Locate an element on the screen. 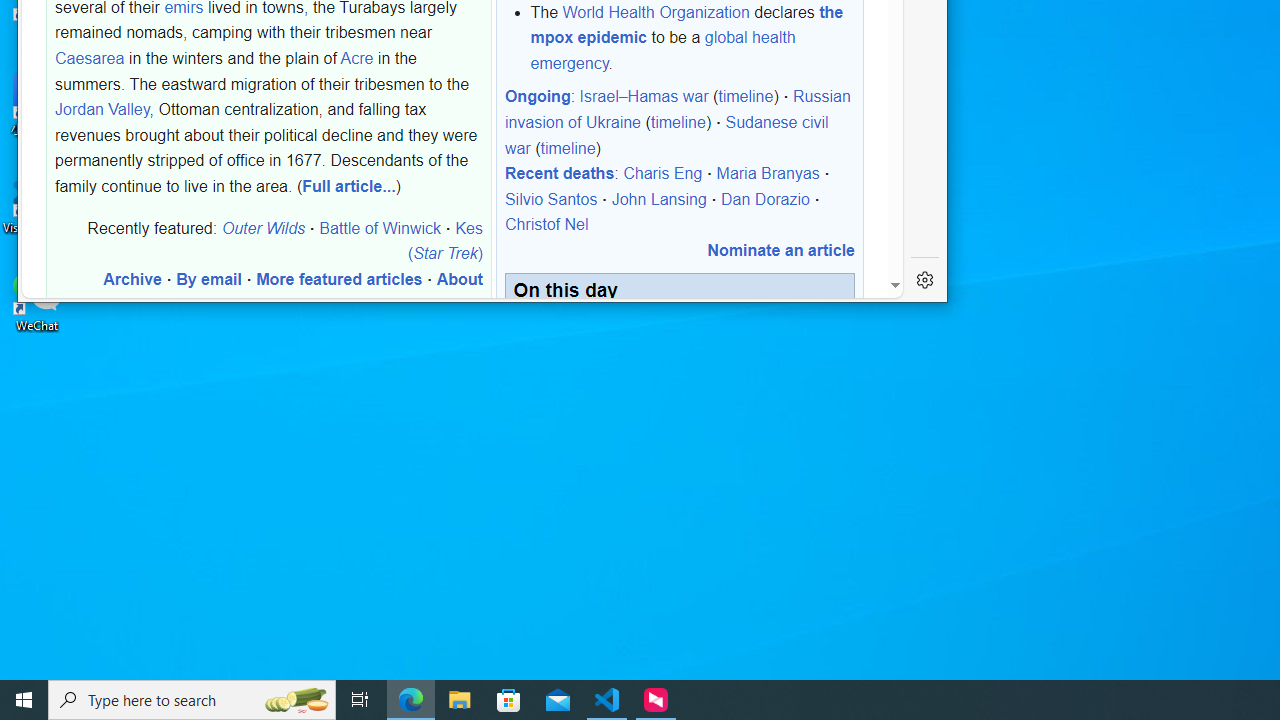 The width and height of the screenshot is (1280, 720). 'Type here to search' is located at coordinates (192, 698).